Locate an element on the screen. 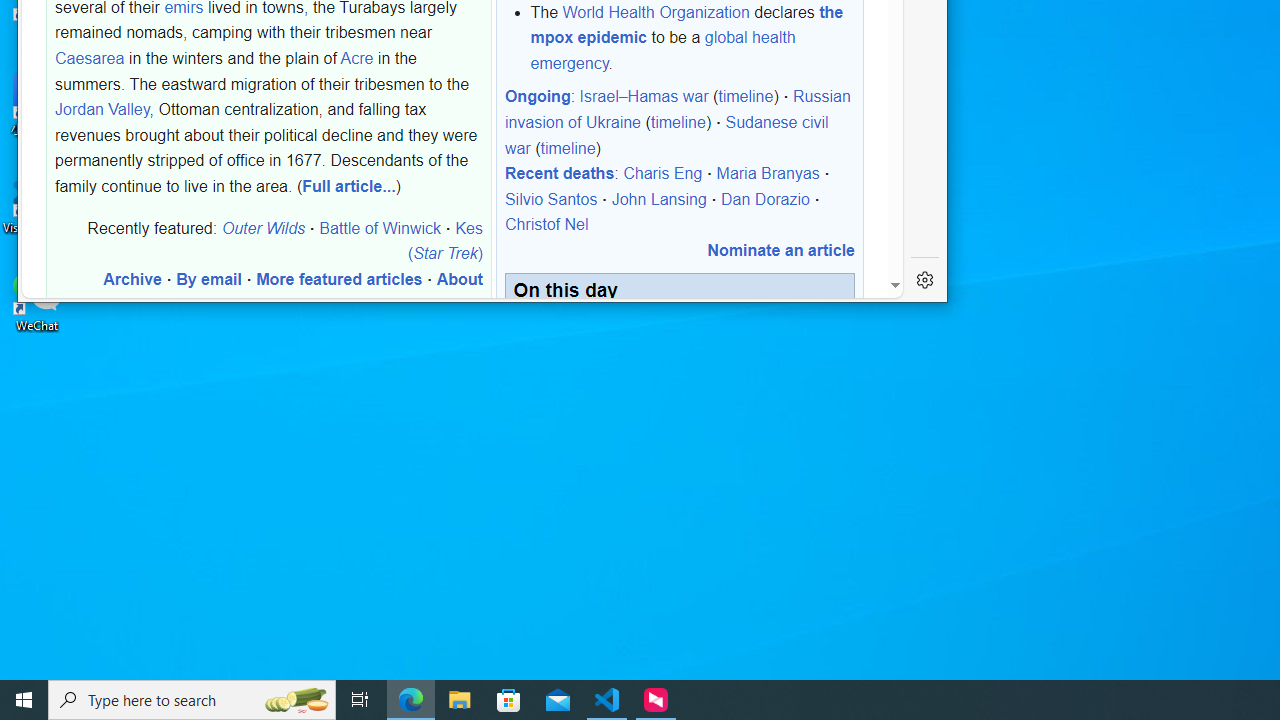 The width and height of the screenshot is (1280, 720). 'Type here to search' is located at coordinates (192, 698).